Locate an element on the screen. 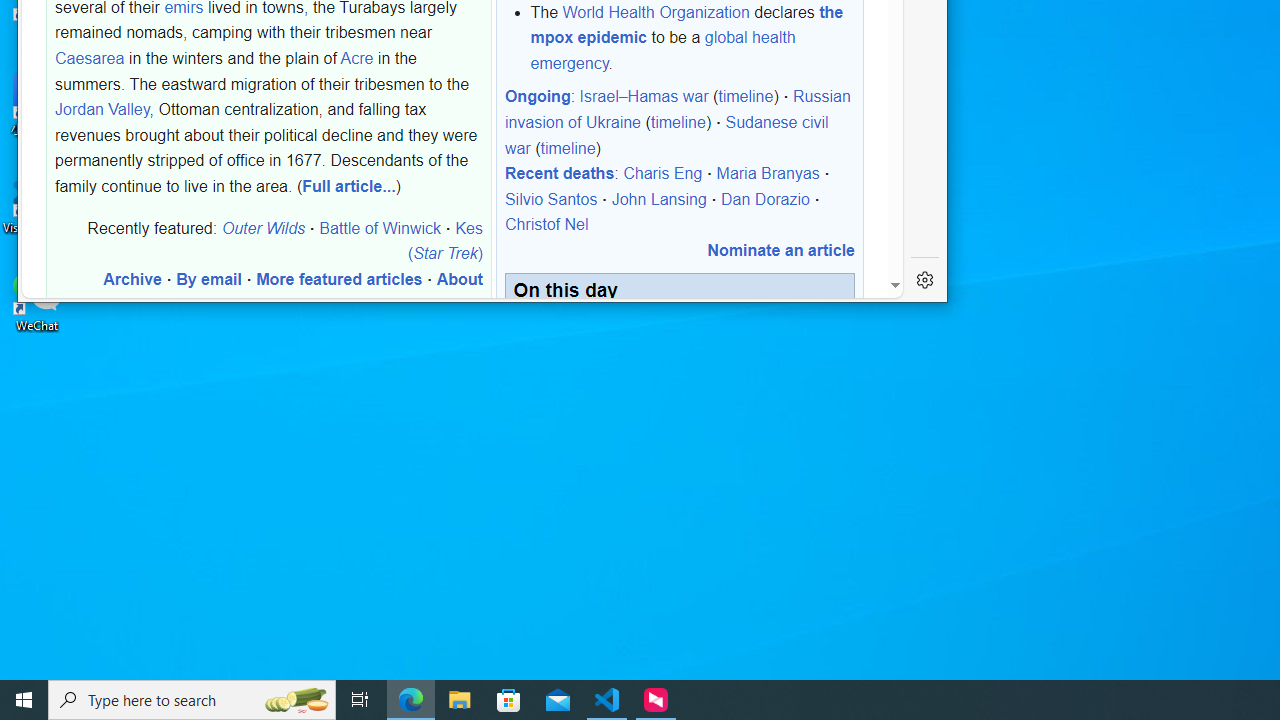 The width and height of the screenshot is (1280, 720). 'Type here to search' is located at coordinates (192, 698).